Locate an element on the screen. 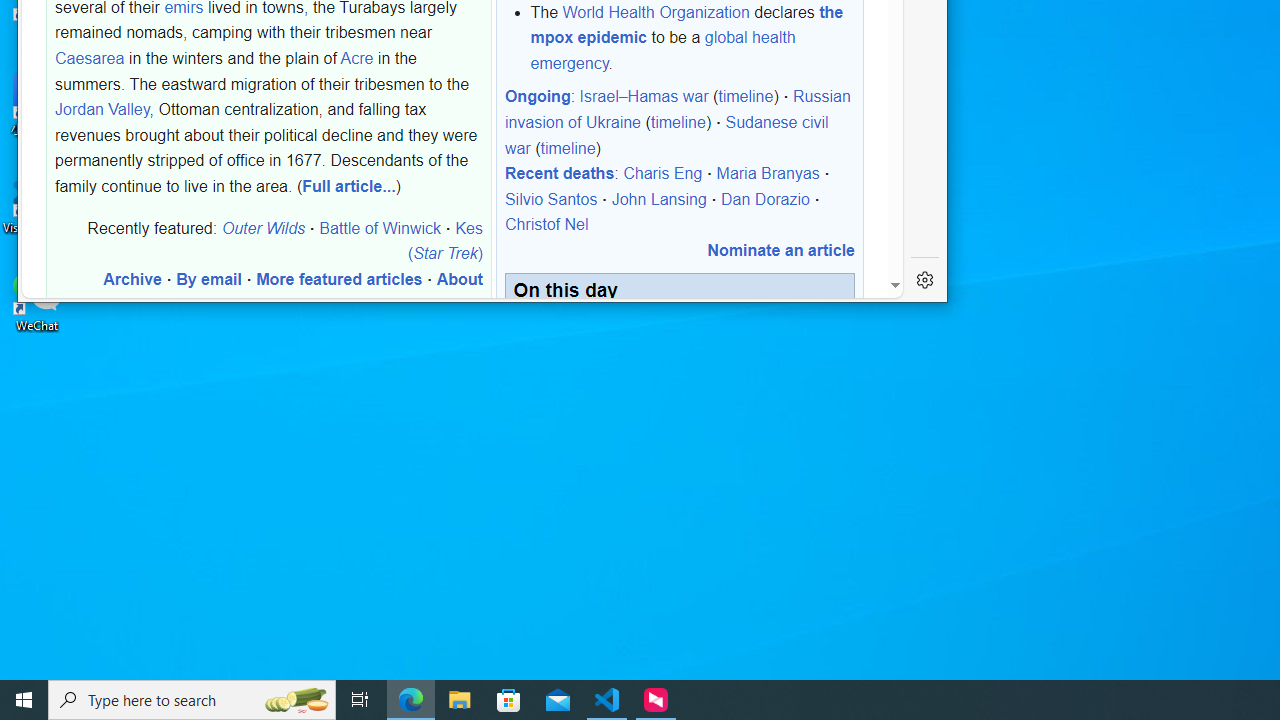 The width and height of the screenshot is (1280, 720). 'Type here to search' is located at coordinates (192, 698).